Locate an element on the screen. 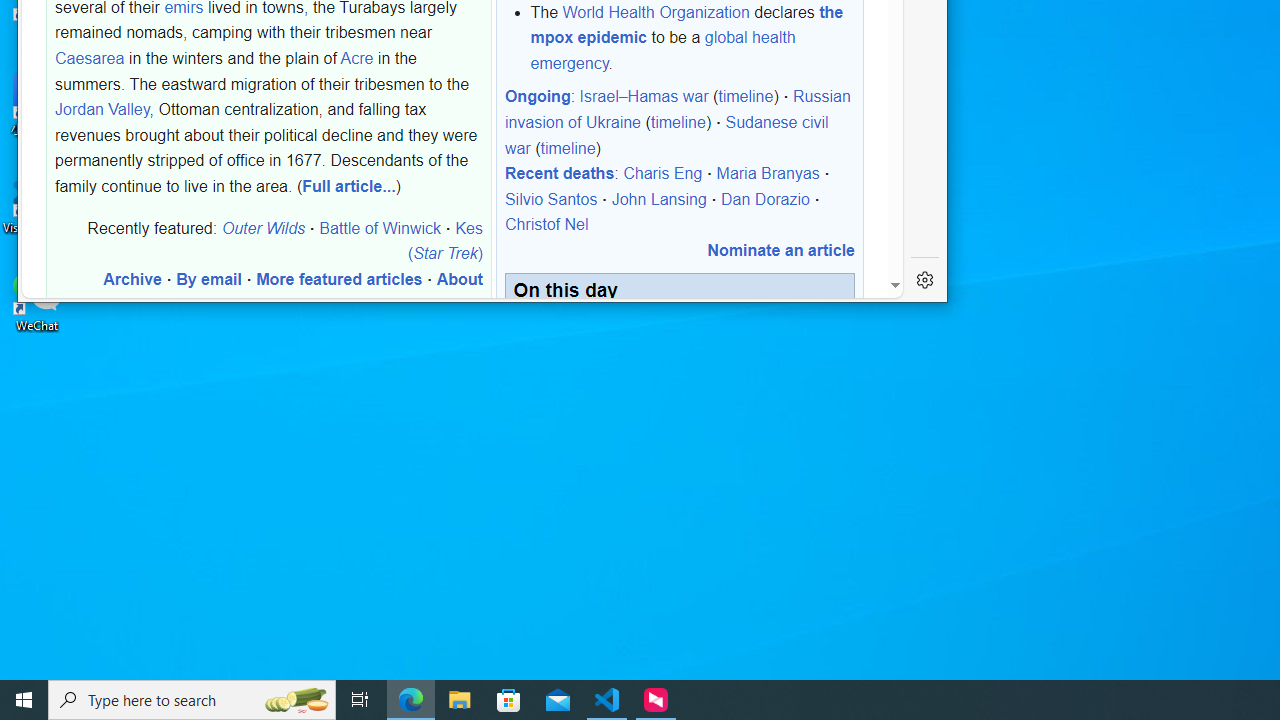 The width and height of the screenshot is (1280, 720). 'Type here to search' is located at coordinates (192, 698).